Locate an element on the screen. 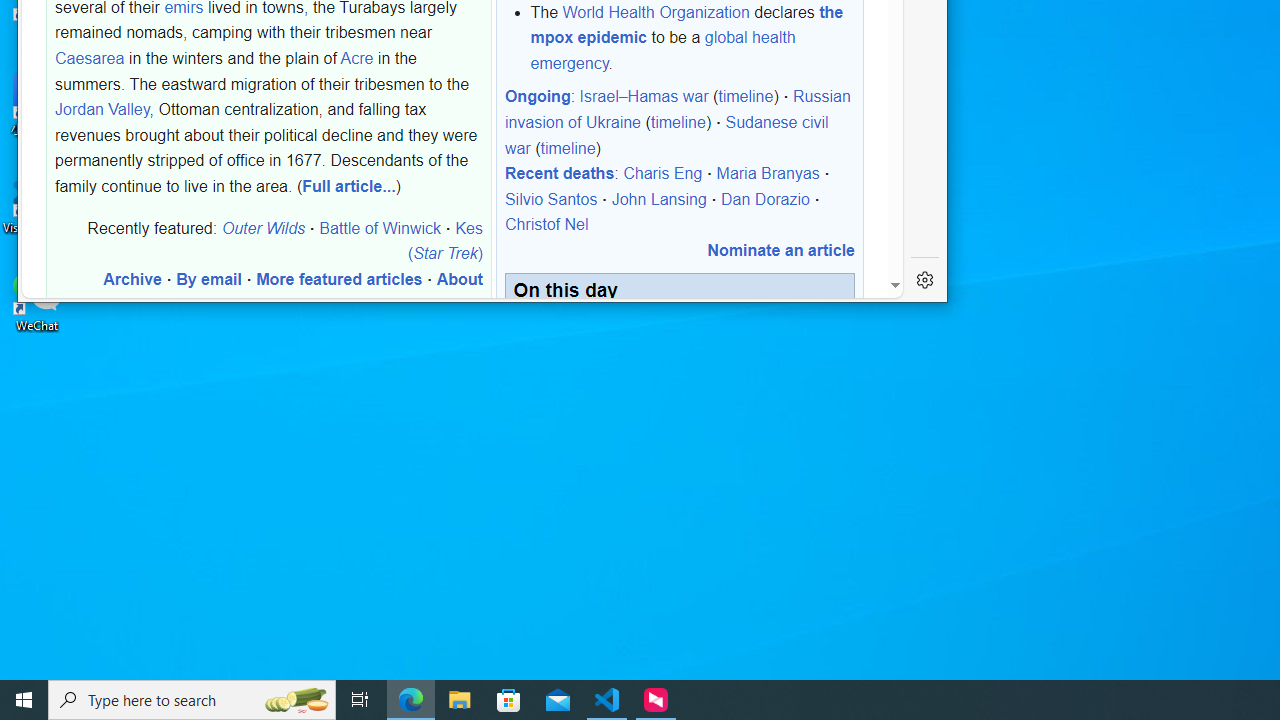 The width and height of the screenshot is (1280, 720). 'Type here to search' is located at coordinates (192, 698).